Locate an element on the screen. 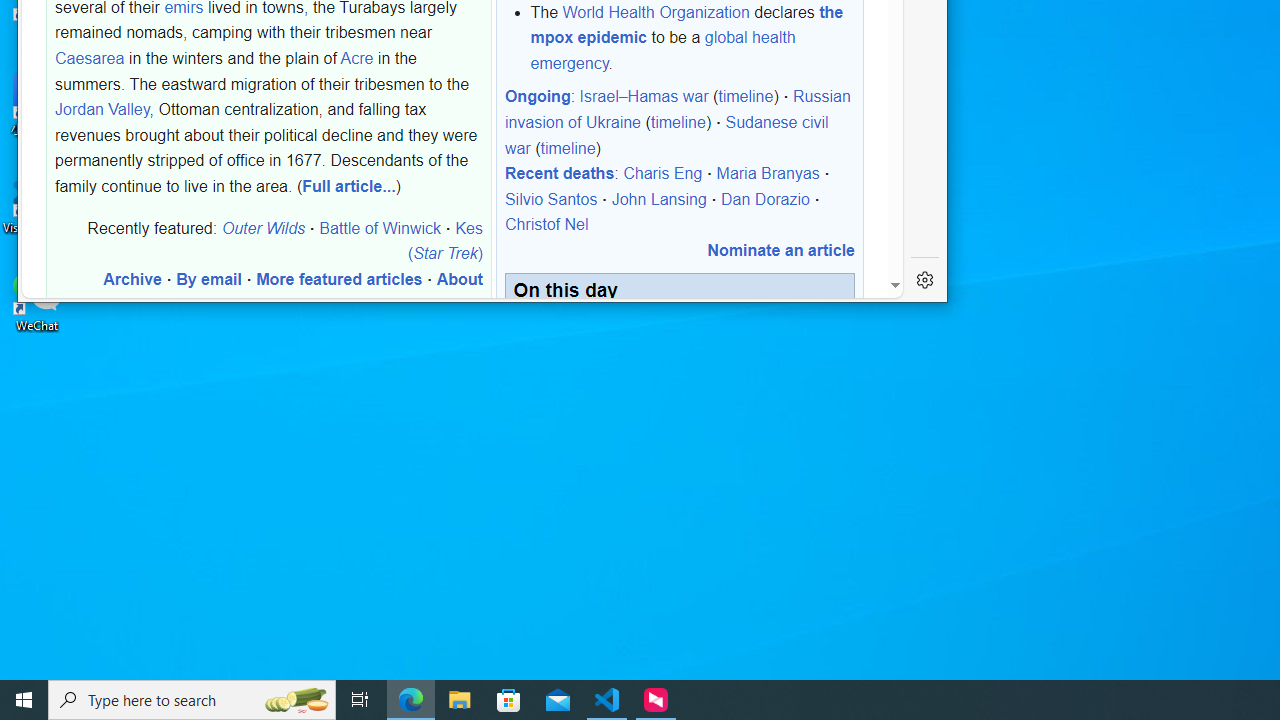 The width and height of the screenshot is (1280, 720). 'Type here to search' is located at coordinates (192, 698).